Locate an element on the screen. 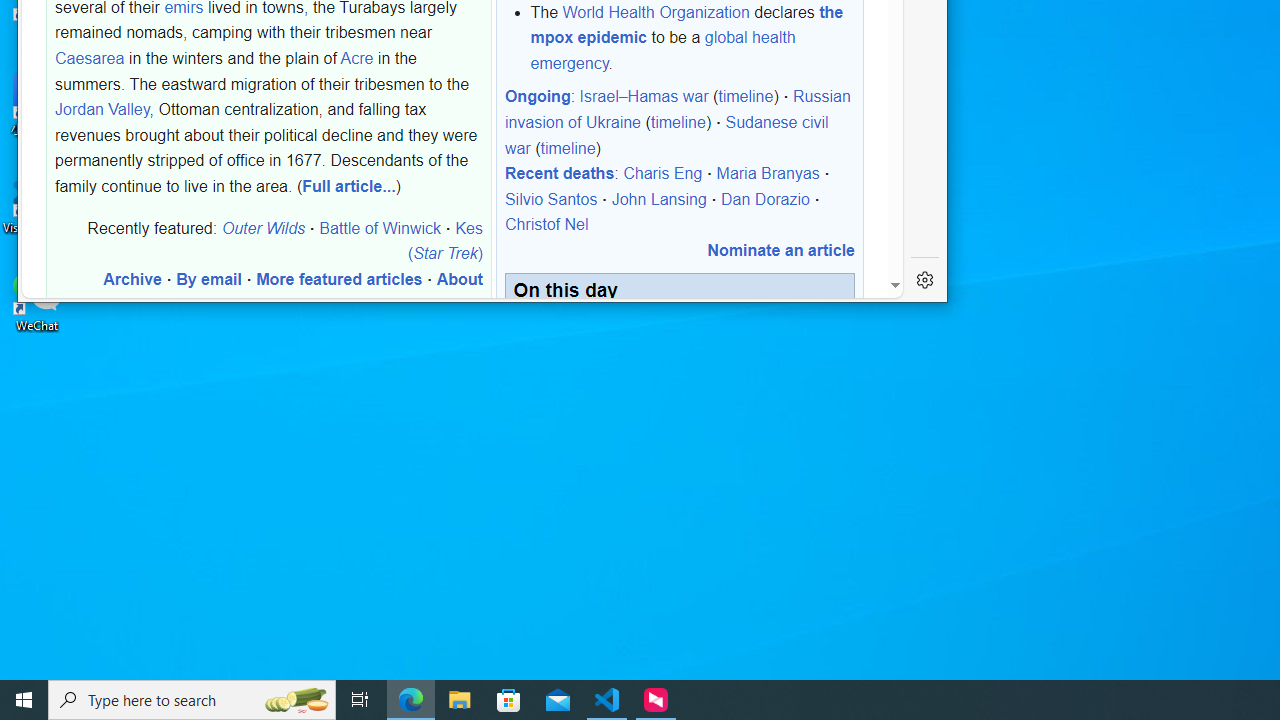 The width and height of the screenshot is (1280, 720). 'Type here to search' is located at coordinates (192, 698).